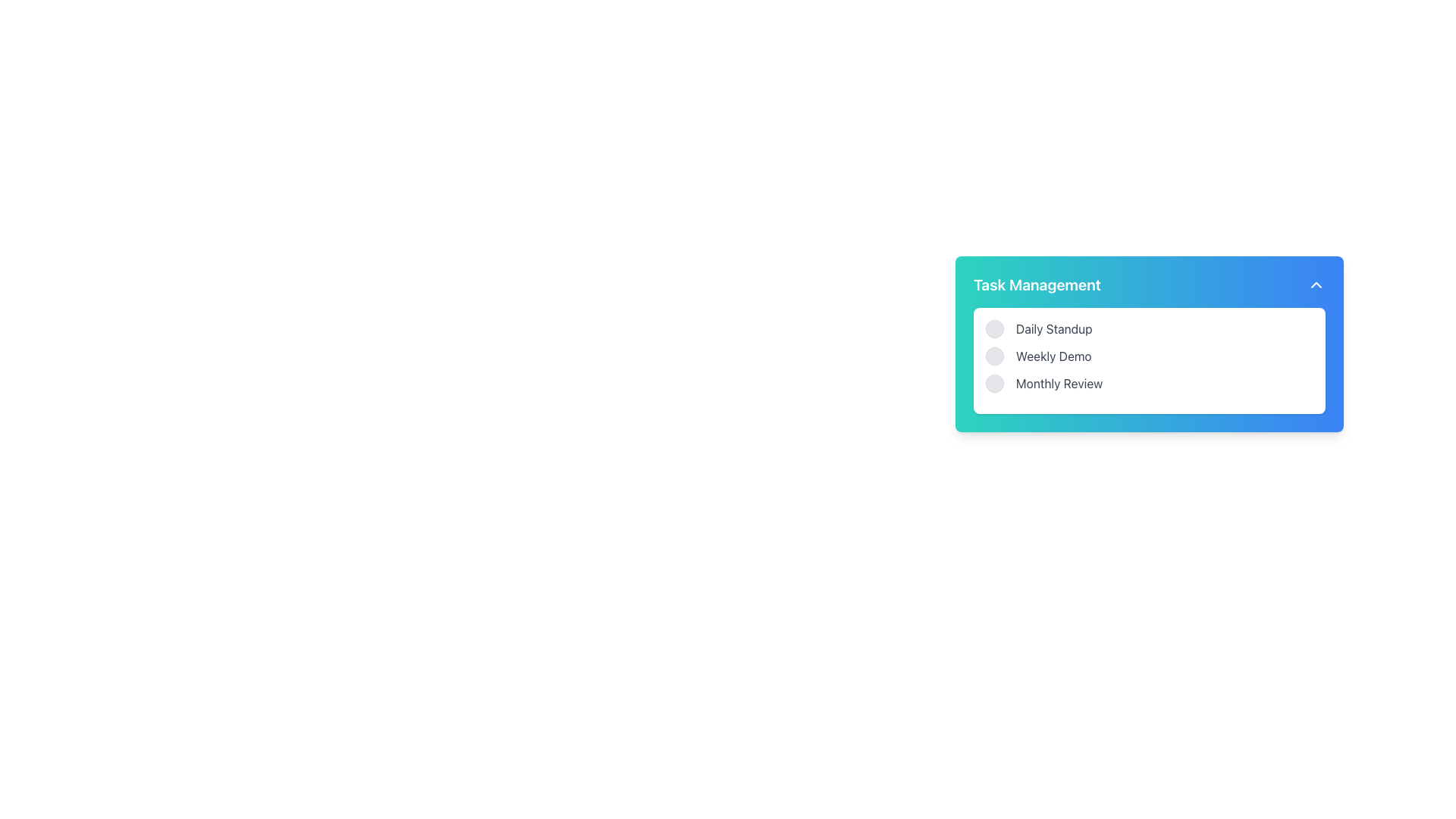 Image resolution: width=1456 pixels, height=819 pixels. I want to click on the 'Monthly Review' text label, which is dark gray and positioned next to a circular radio button in the Task Management card, representing the third selectable option in the list, so click(1059, 382).